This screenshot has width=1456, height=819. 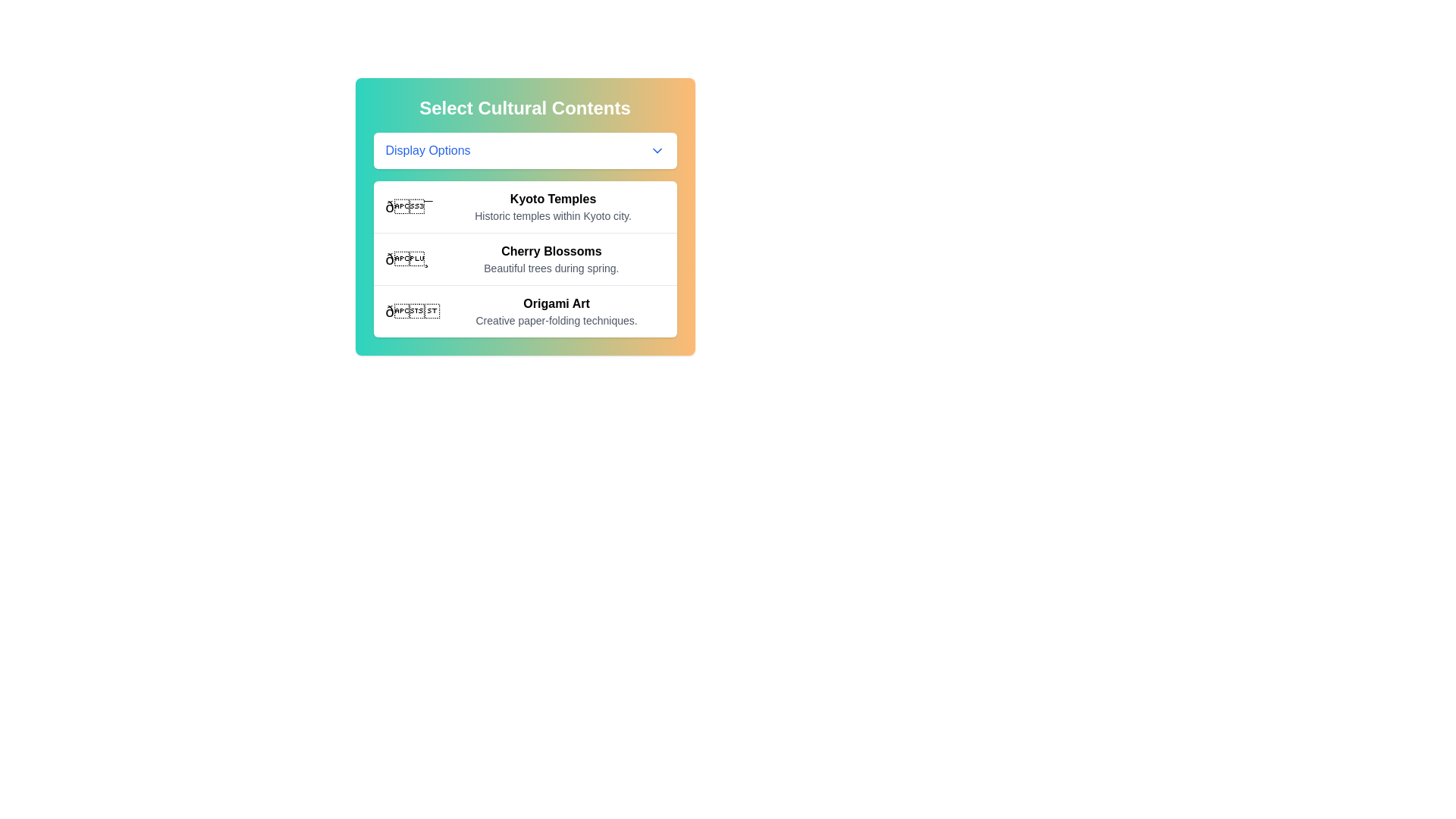 What do you see at coordinates (525, 259) in the screenshot?
I see `the second list item under the heading 'Select Cultural Contents', which has a white background and black text, featuring cultural topics with emojis and descriptive sentences` at bounding box center [525, 259].